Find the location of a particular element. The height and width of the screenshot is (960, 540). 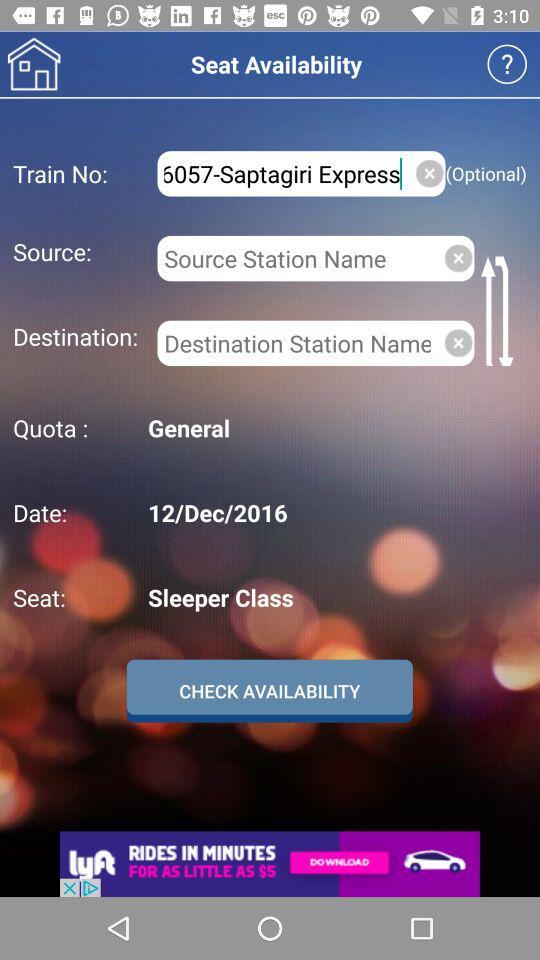

icon below the (optional) icon is located at coordinates (499, 310).